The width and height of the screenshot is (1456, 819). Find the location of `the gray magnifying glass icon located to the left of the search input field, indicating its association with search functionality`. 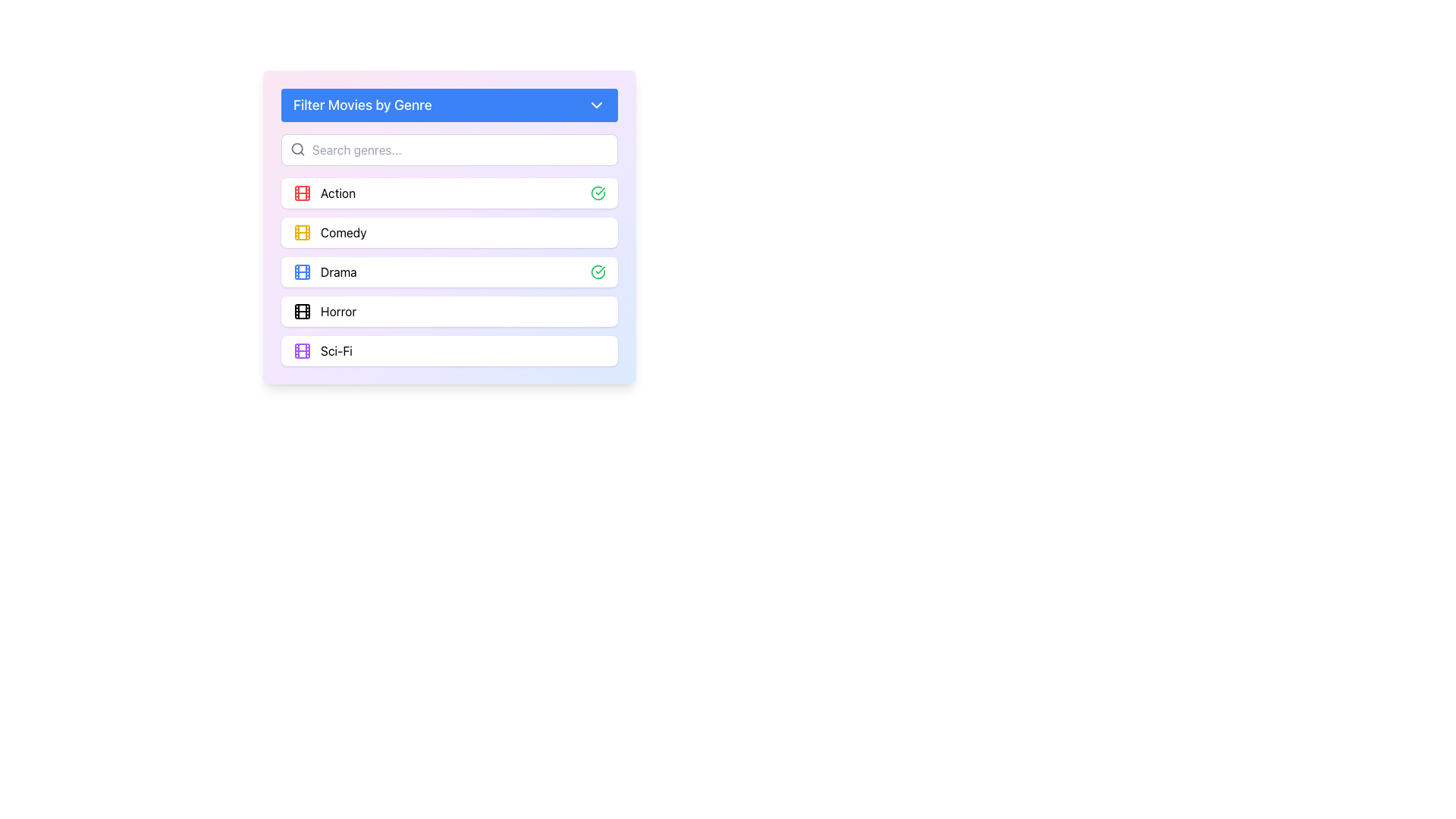

the gray magnifying glass icon located to the left of the search input field, indicating its association with search functionality is located at coordinates (298, 149).